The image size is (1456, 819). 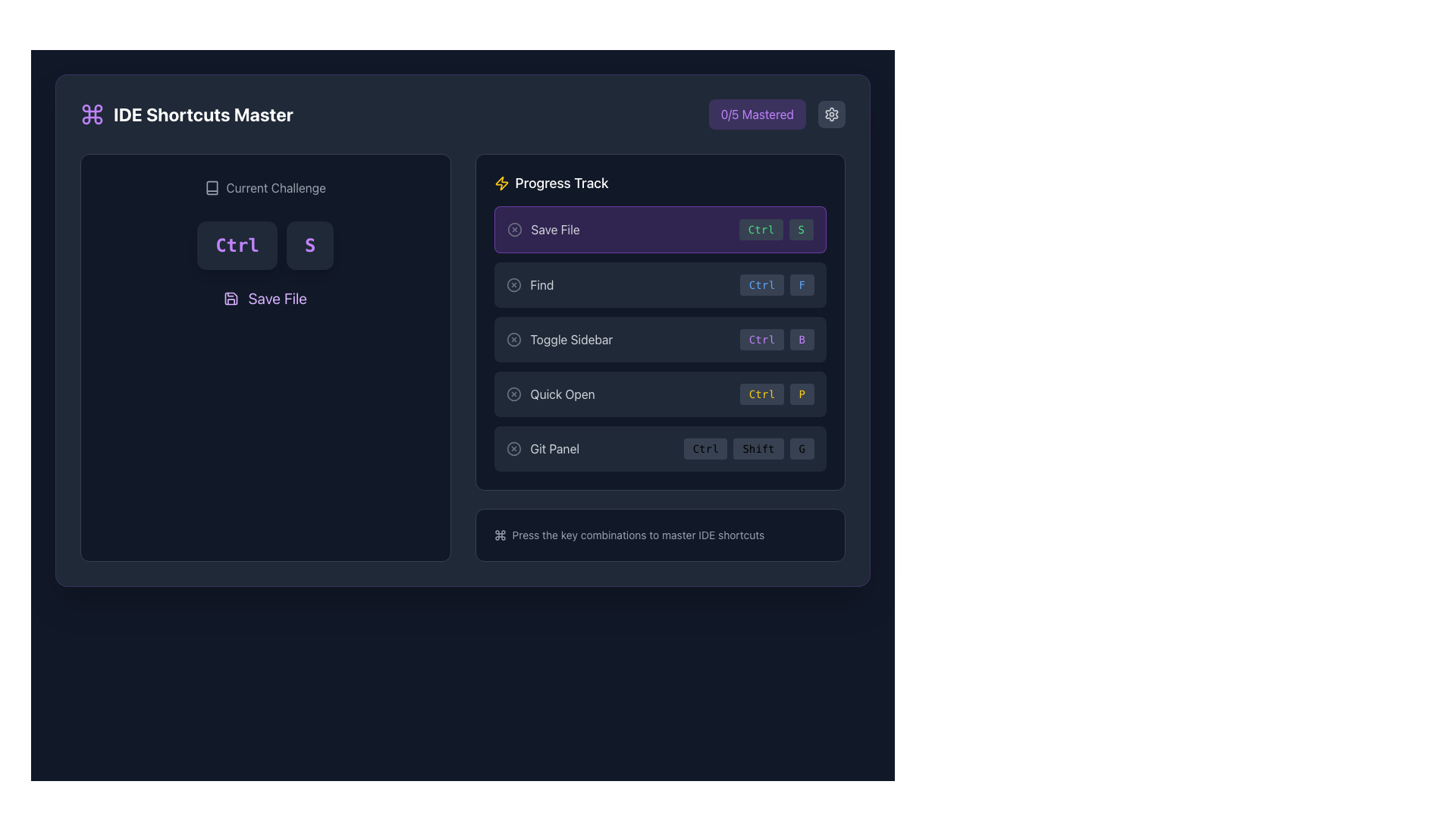 I want to click on the 'Toggle Sidebar' text label, which is gray and part of the 'Progress Track' section, positioned third in the vertical list, so click(x=570, y=338).